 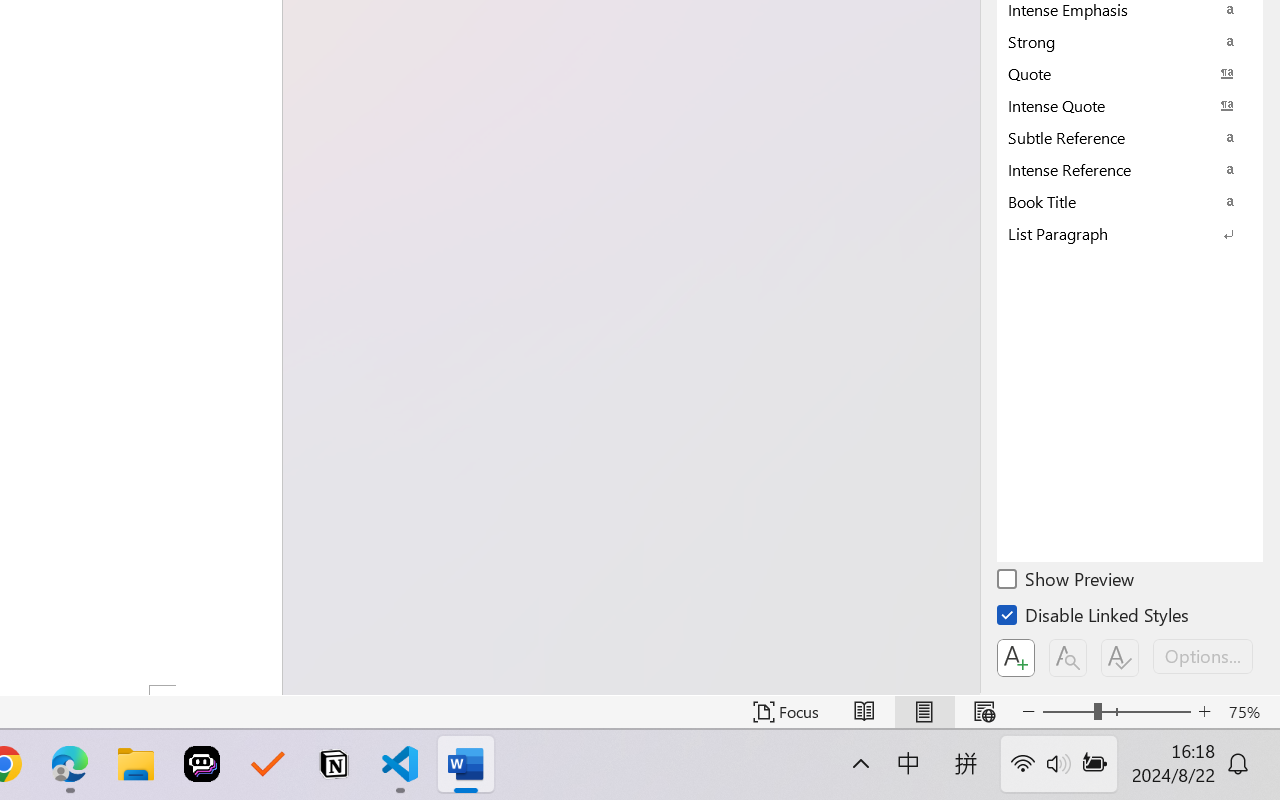 What do you see at coordinates (1130, 137) in the screenshot?
I see `'Subtle Reference'` at bounding box center [1130, 137].